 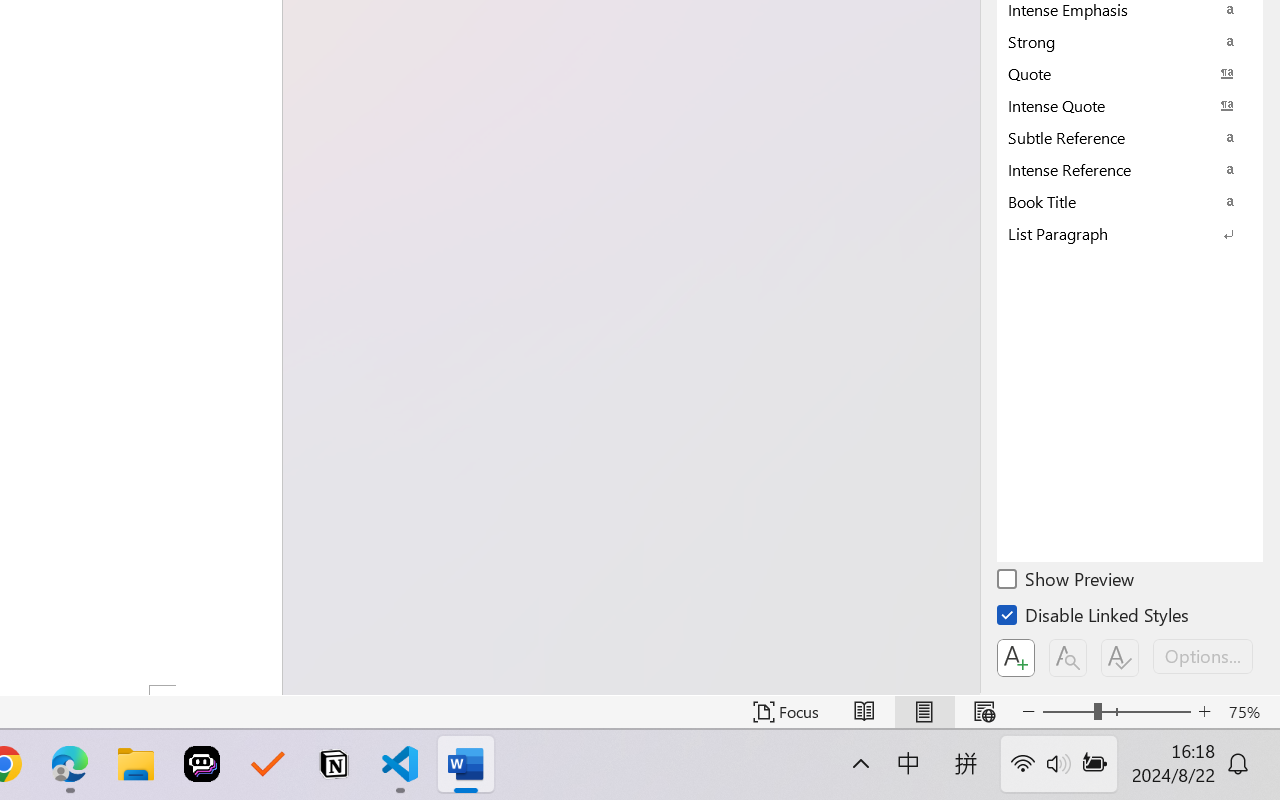 What do you see at coordinates (1130, 137) in the screenshot?
I see `'Subtle Reference'` at bounding box center [1130, 137].